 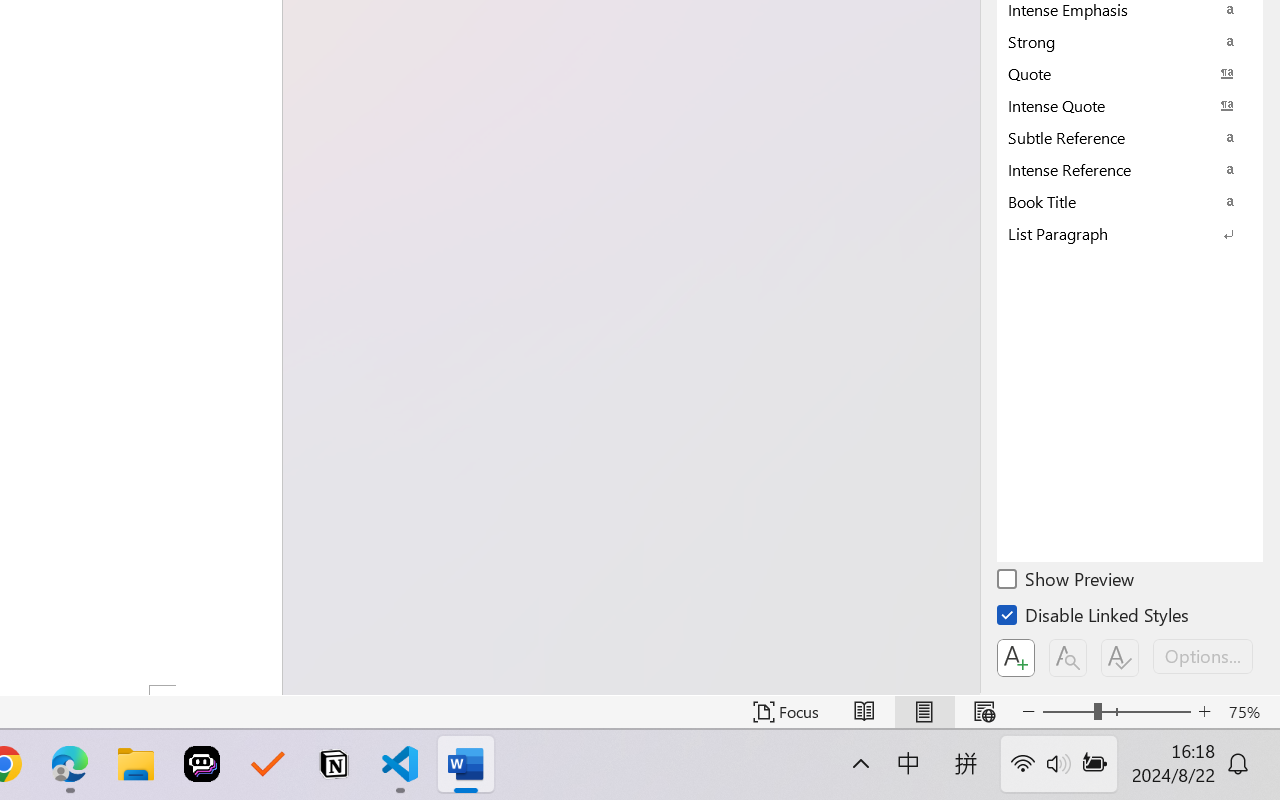 What do you see at coordinates (1130, 137) in the screenshot?
I see `'Subtle Reference'` at bounding box center [1130, 137].